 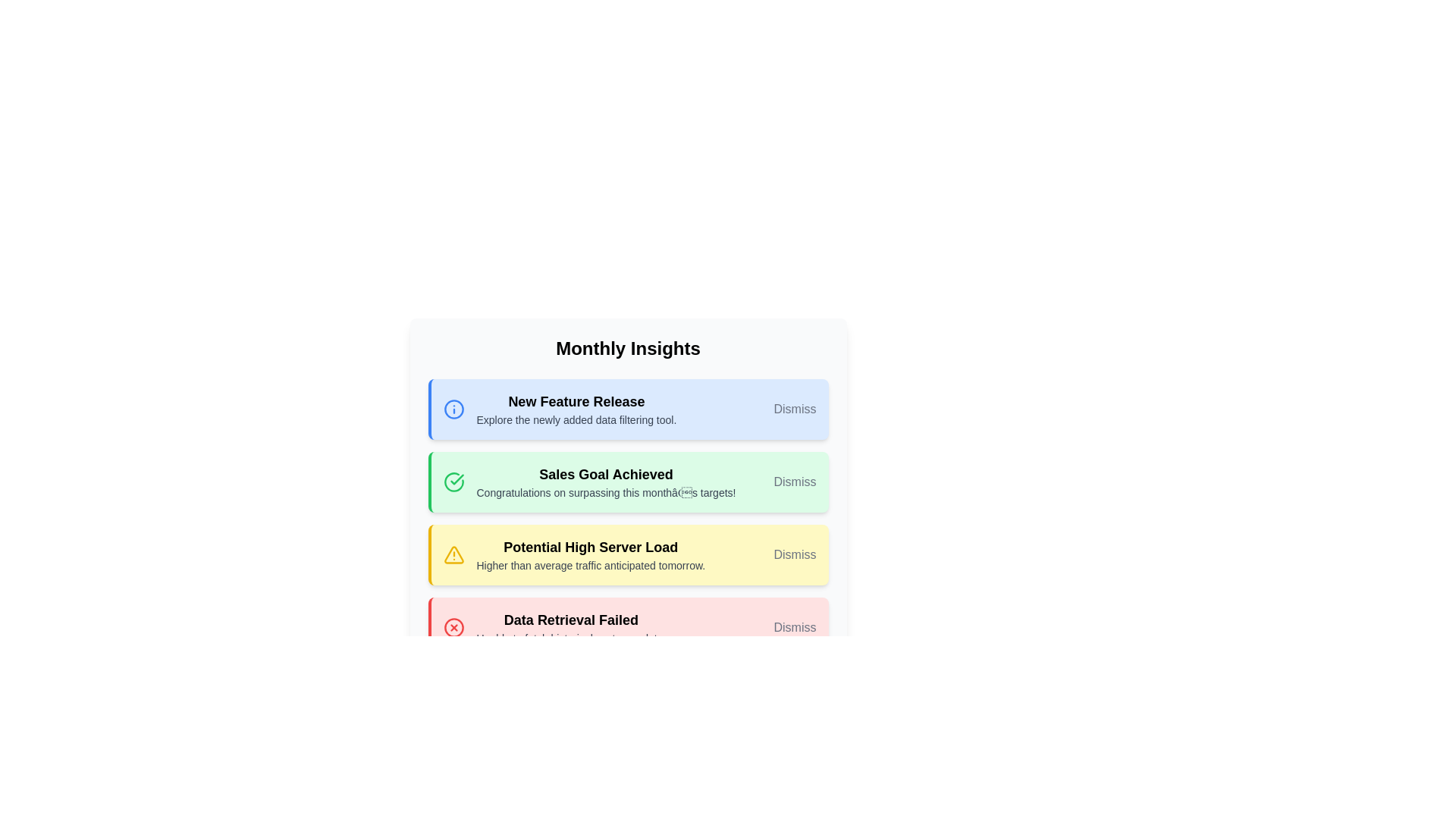 I want to click on the checkmark icon indicating 'Sales Goal Achieved' in the 'Monthly Insights' panel, which is a green stroke-styled checkmark enclosed within a circular outline, so click(x=456, y=479).